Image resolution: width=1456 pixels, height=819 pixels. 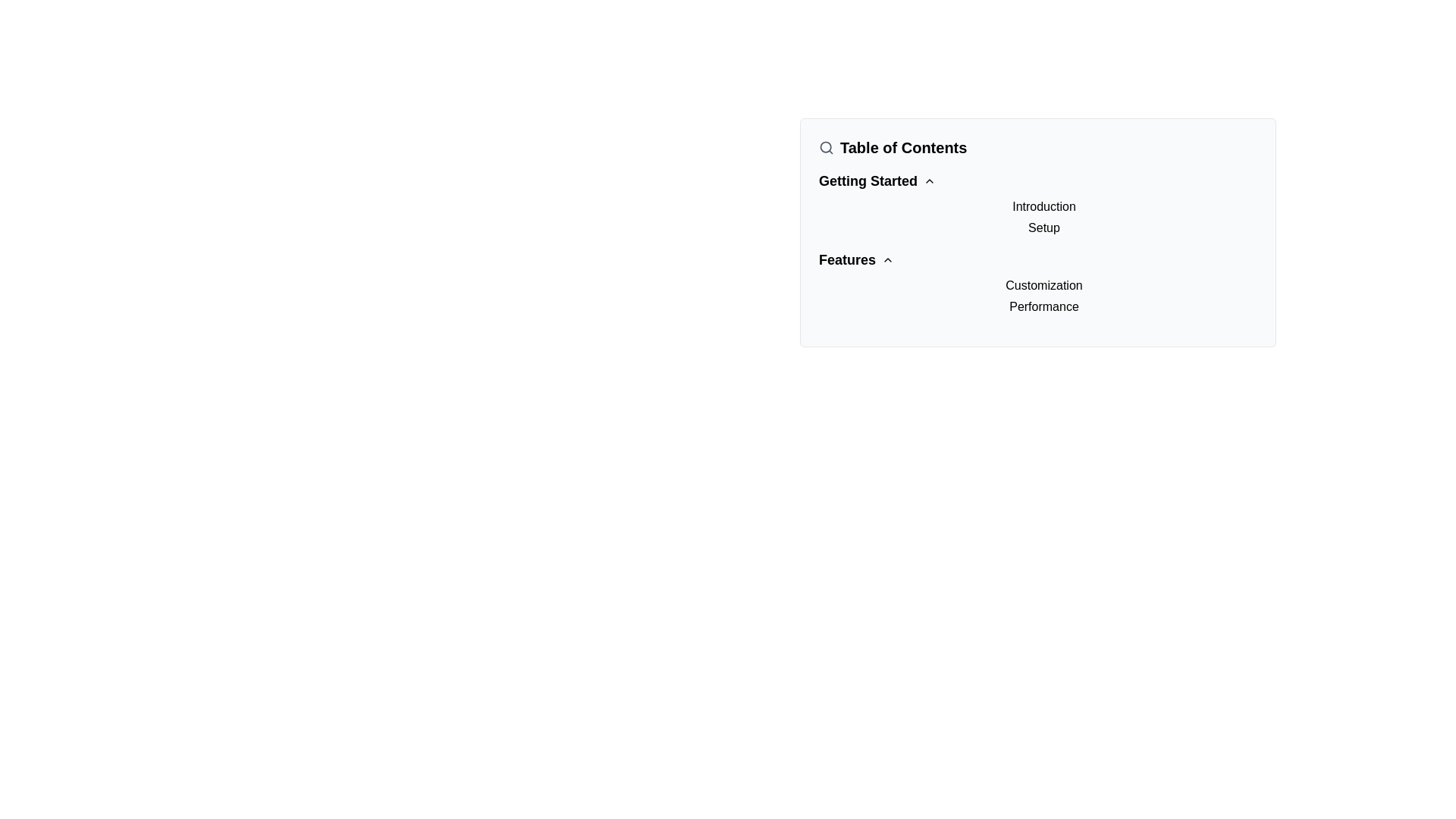 What do you see at coordinates (1037, 203) in the screenshot?
I see `the text block containing 'Introduction' and 'Setup' located below the 'Getting Started' header in the 'Table of Contents' section to focus its content` at bounding box center [1037, 203].